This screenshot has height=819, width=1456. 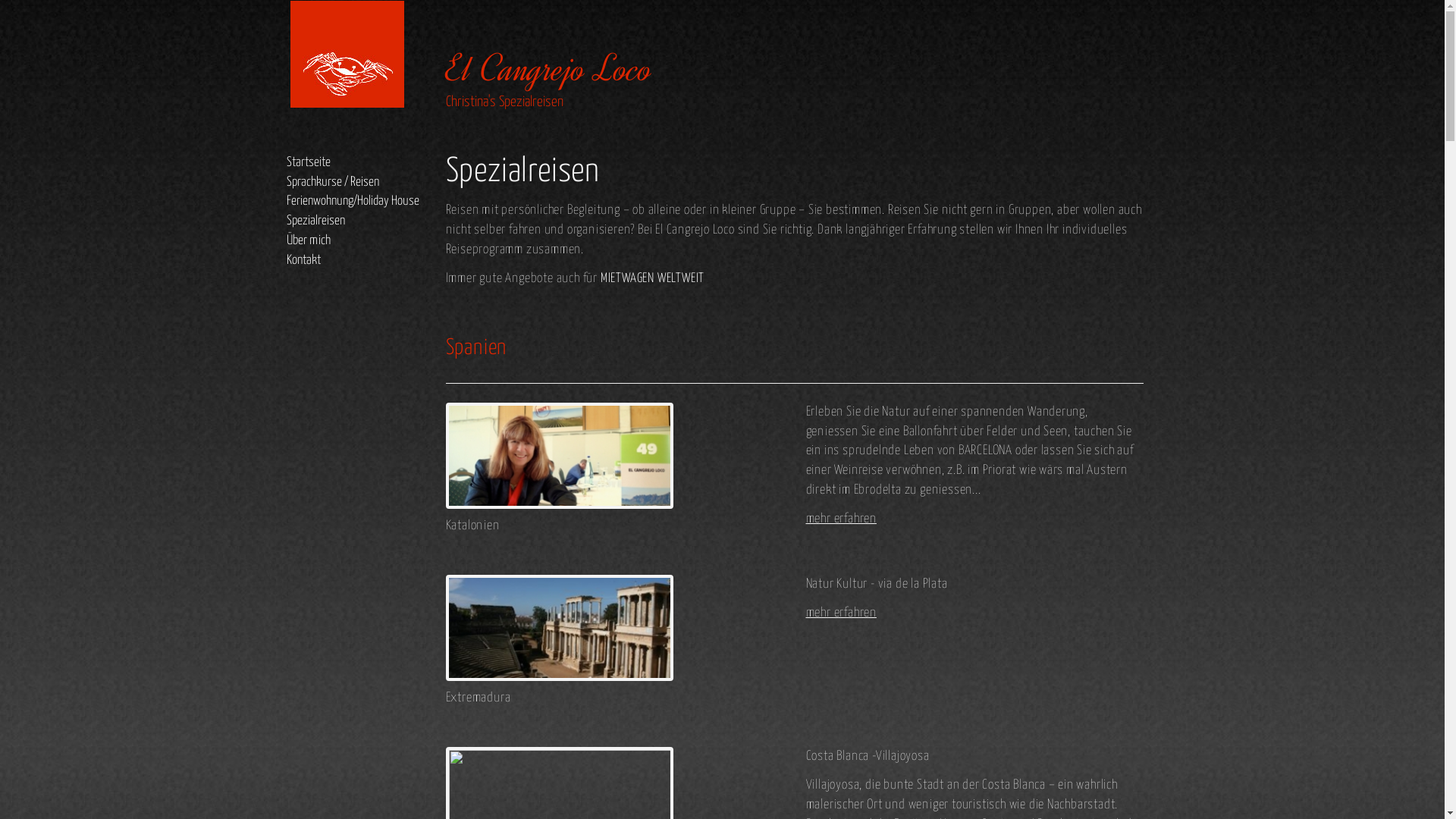 What do you see at coordinates (303, 259) in the screenshot?
I see `'Kontakt'` at bounding box center [303, 259].